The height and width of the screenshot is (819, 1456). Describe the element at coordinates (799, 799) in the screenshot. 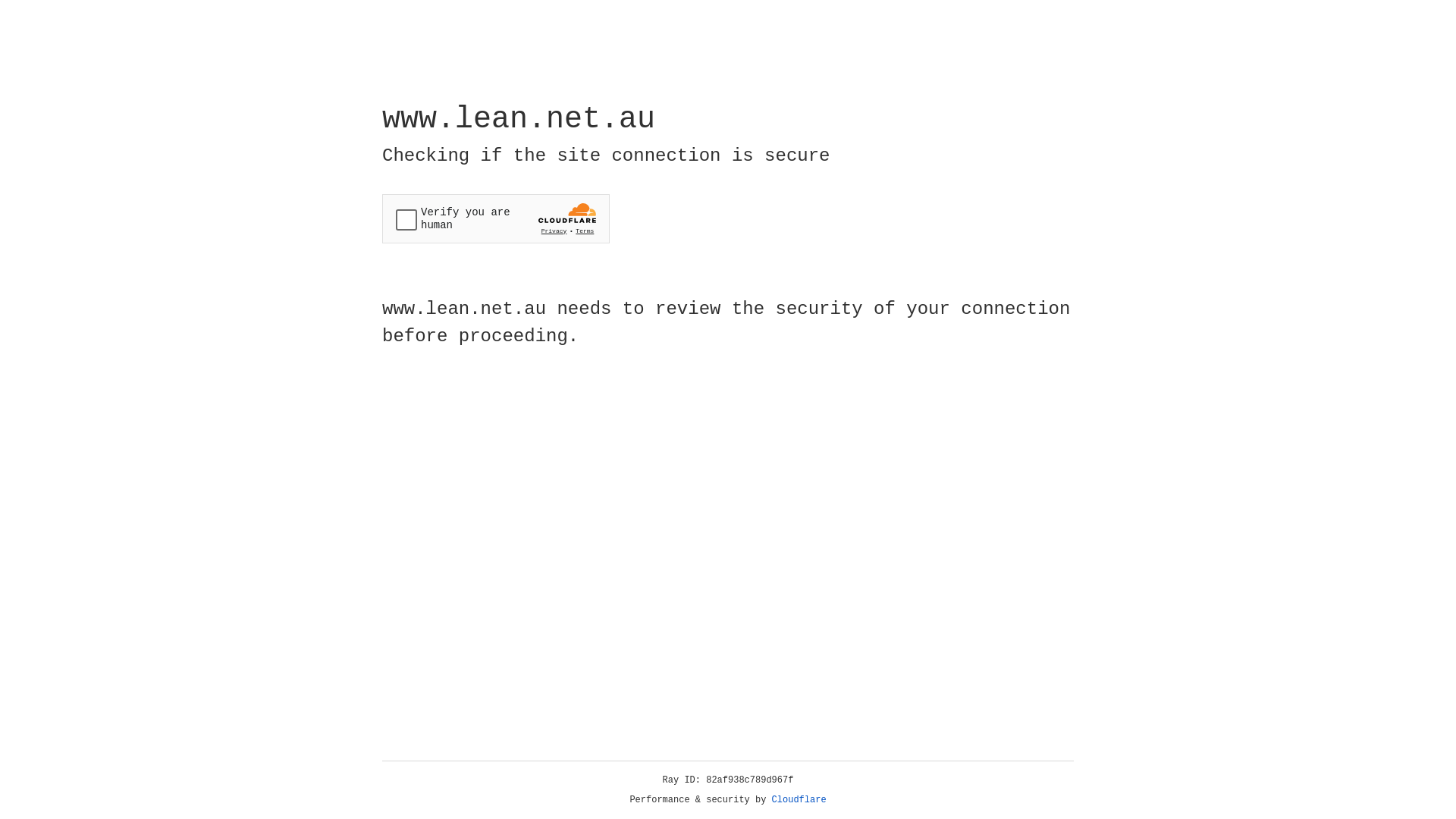

I see `'Cloudflare'` at that location.